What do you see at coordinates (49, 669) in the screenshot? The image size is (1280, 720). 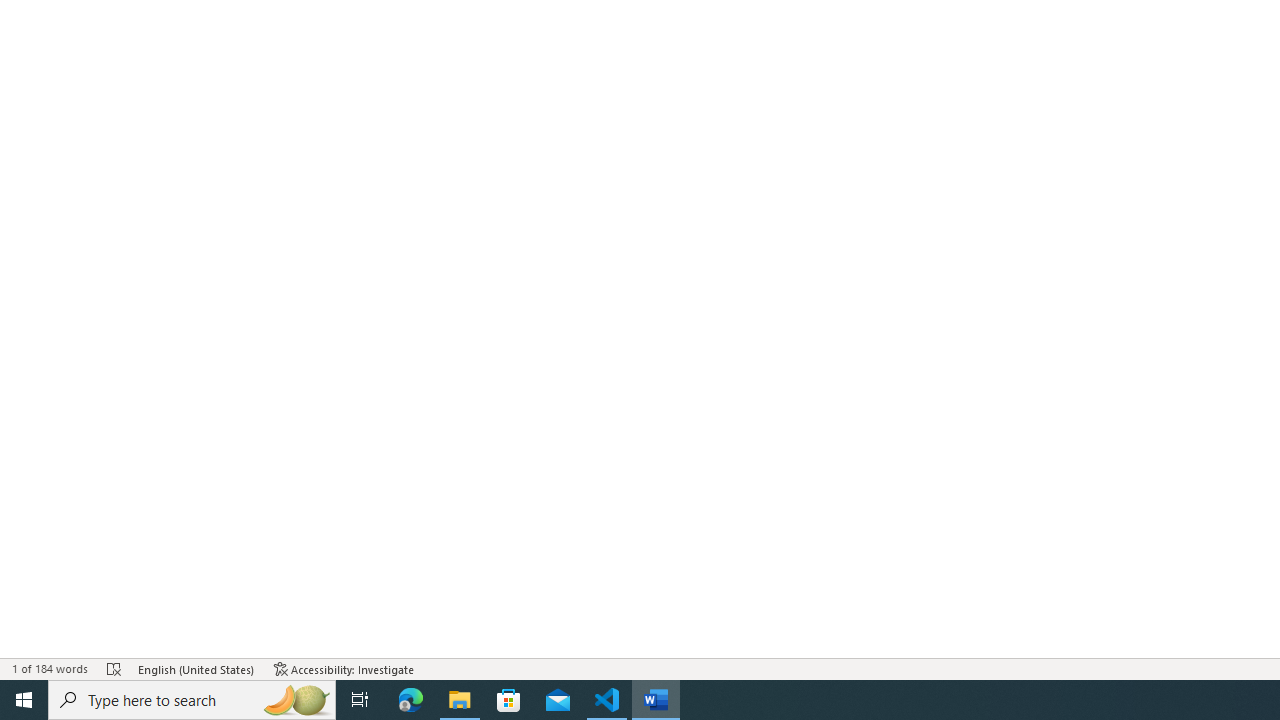 I see `'Word Count 1 of 184 words'` at bounding box center [49, 669].